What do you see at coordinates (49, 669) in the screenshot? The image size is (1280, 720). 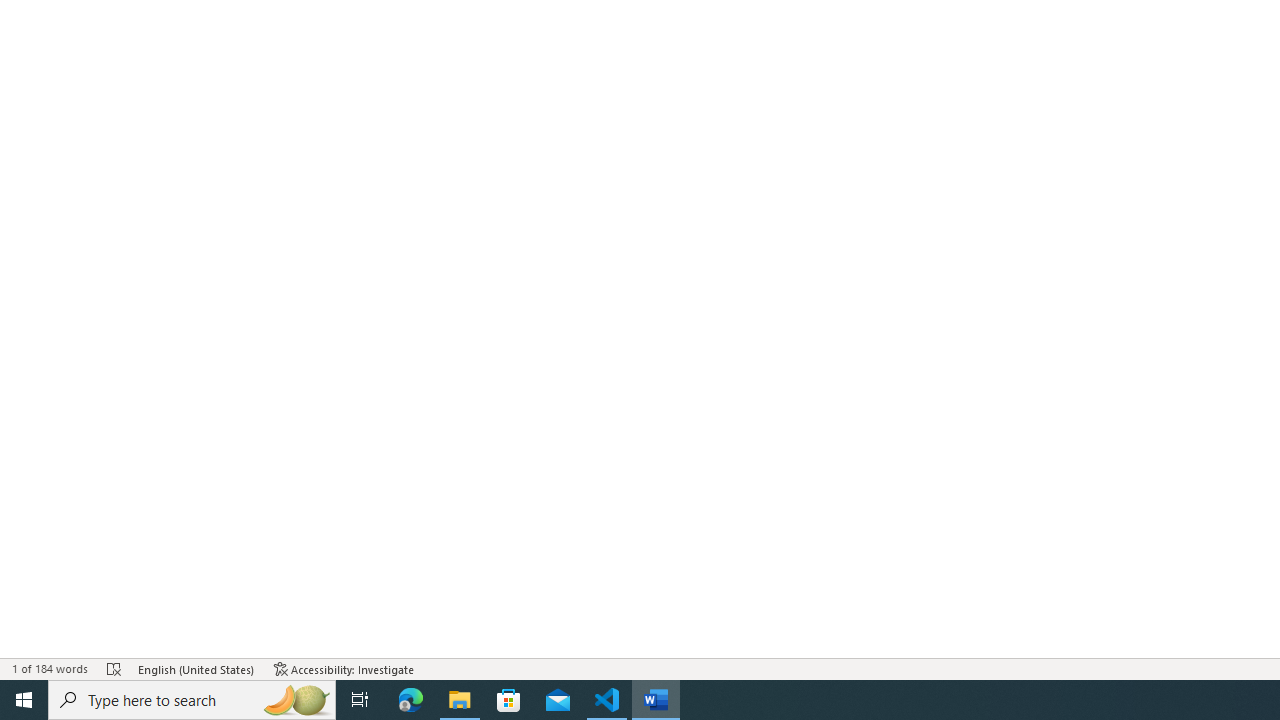 I see `'Word Count 1 of 184 words'` at bounding box center [49, 669].